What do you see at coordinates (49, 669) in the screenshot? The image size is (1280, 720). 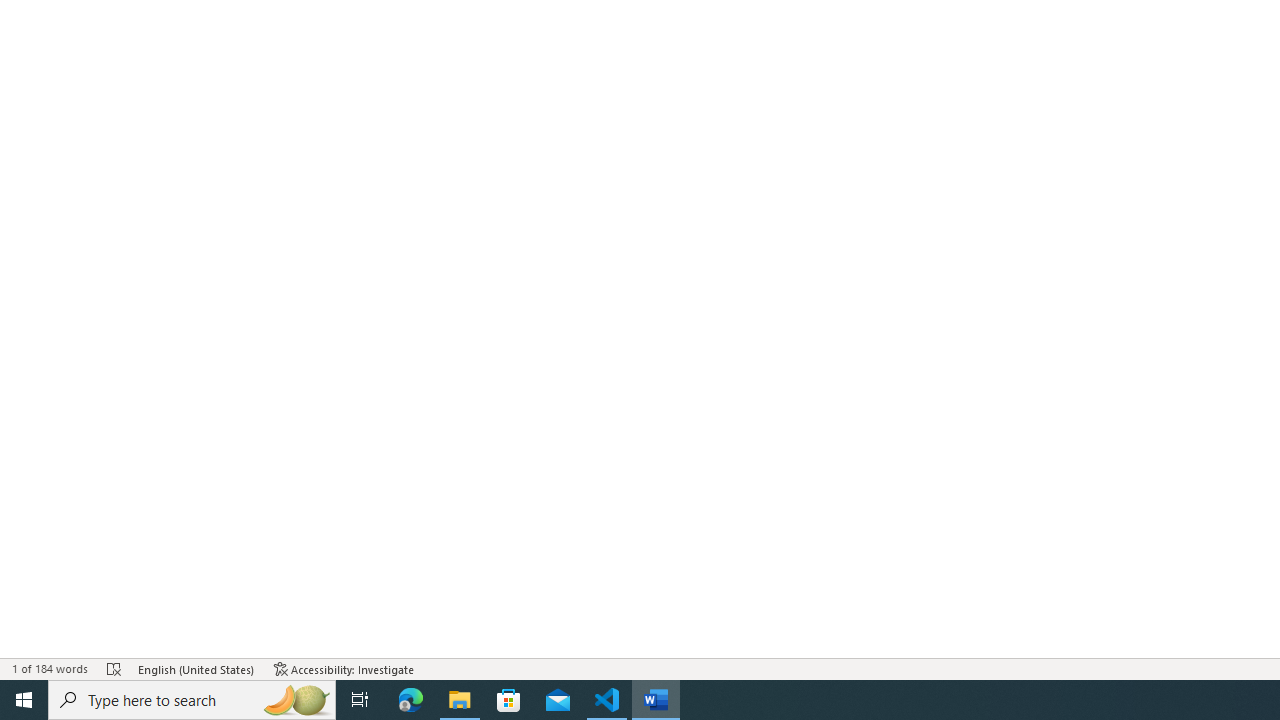 I see `'Word Count 1 of 184 words'` at bounding box center [49, 669].